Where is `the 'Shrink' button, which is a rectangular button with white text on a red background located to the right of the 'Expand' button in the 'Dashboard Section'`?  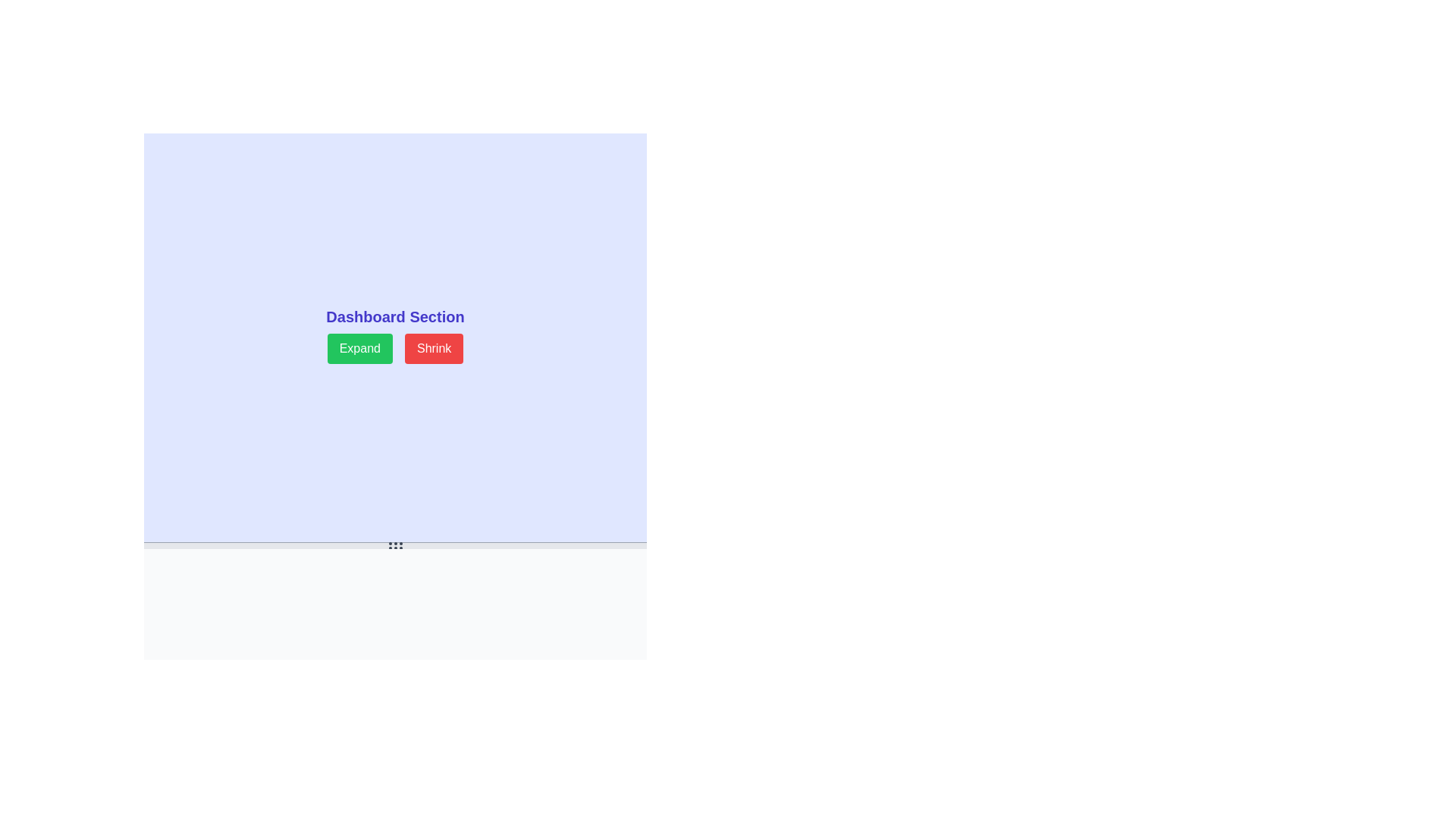 the 'Shrink' button, which is a rectangular button with white text on a red background located to the right of the 'Expand' button in the 'Dashboard Section' is located at coordinates (433, 348).